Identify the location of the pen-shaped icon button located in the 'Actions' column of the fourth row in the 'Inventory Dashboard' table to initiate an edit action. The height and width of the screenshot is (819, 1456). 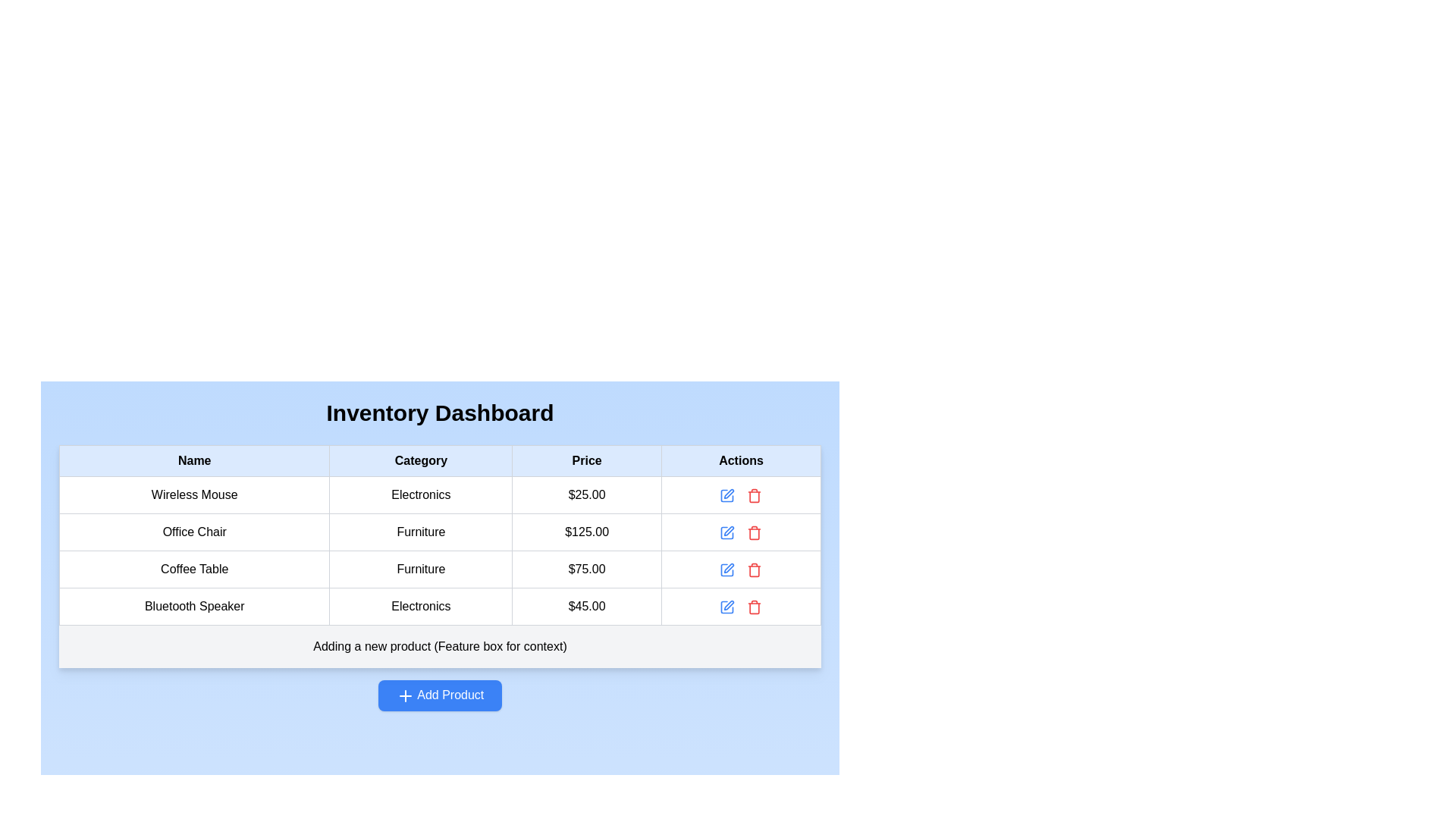
(729, 604).